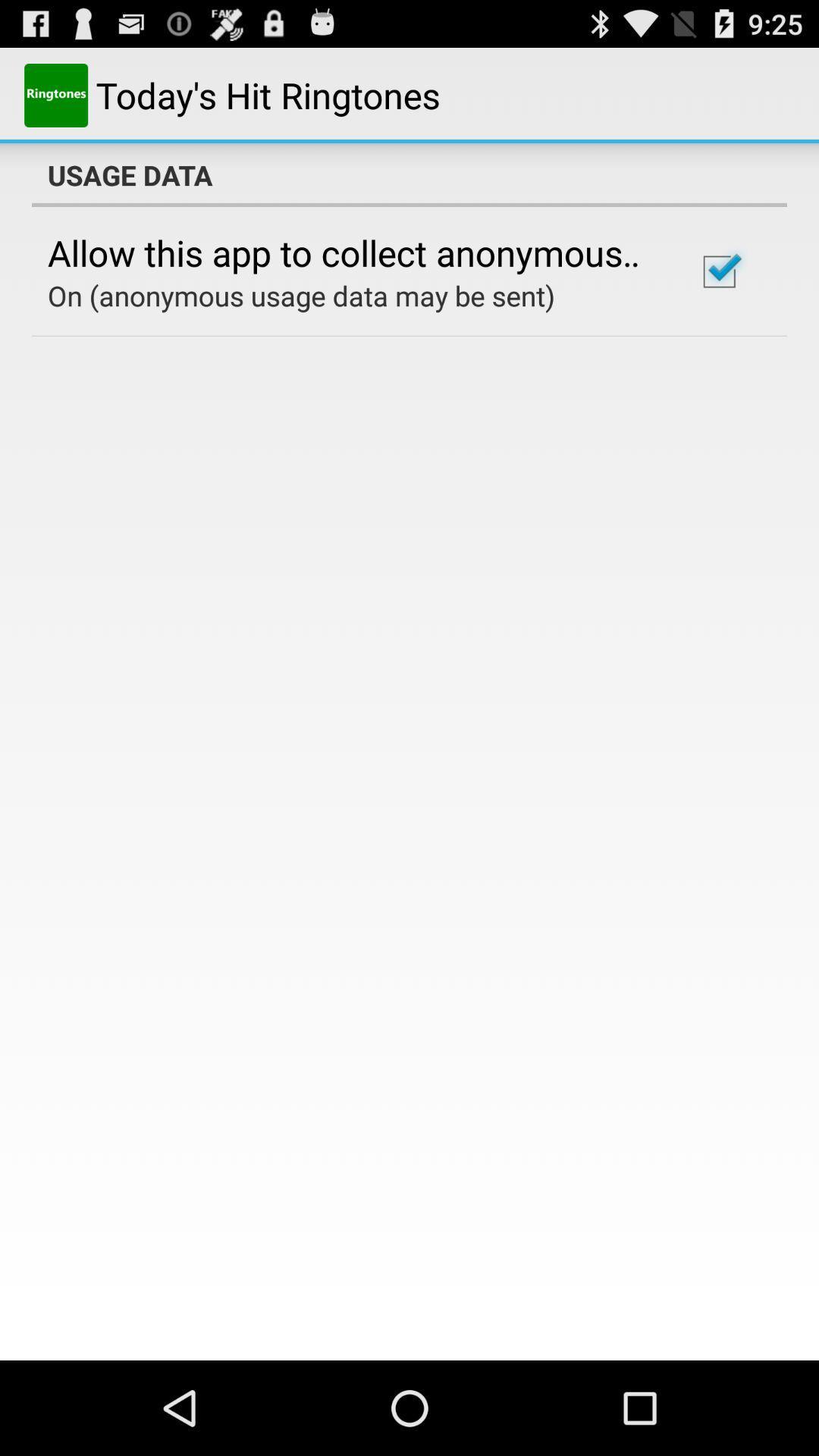  I want to click on icon to the right of the allow this app, so click(718, 271).